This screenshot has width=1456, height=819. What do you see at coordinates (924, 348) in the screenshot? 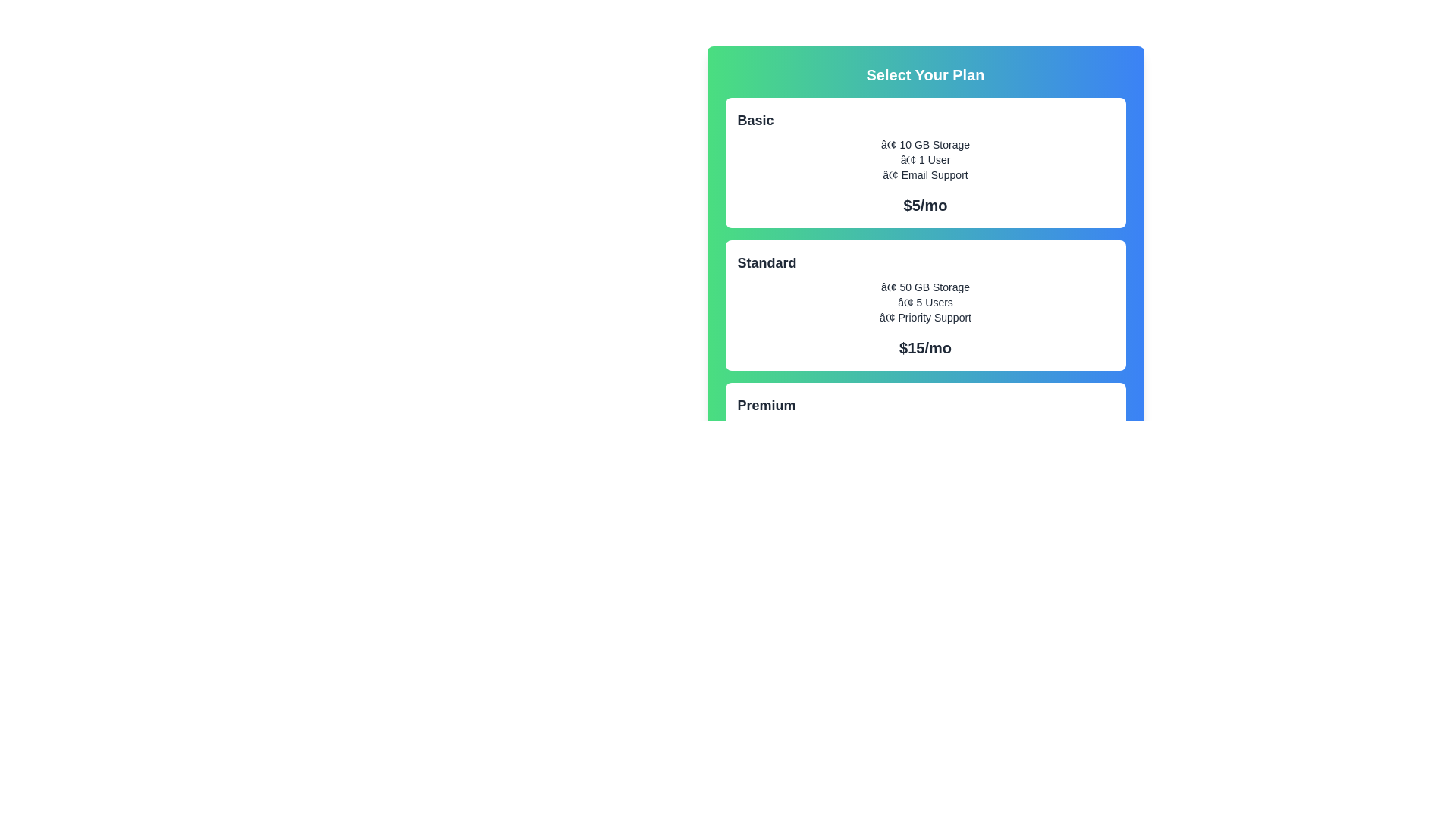
I see `displayed information from the text label showing '$15/mo', which is prominently positioned at the bottom-right side of the 'Standard' option in the pricing selection interface` at bounding box center [924, 348].